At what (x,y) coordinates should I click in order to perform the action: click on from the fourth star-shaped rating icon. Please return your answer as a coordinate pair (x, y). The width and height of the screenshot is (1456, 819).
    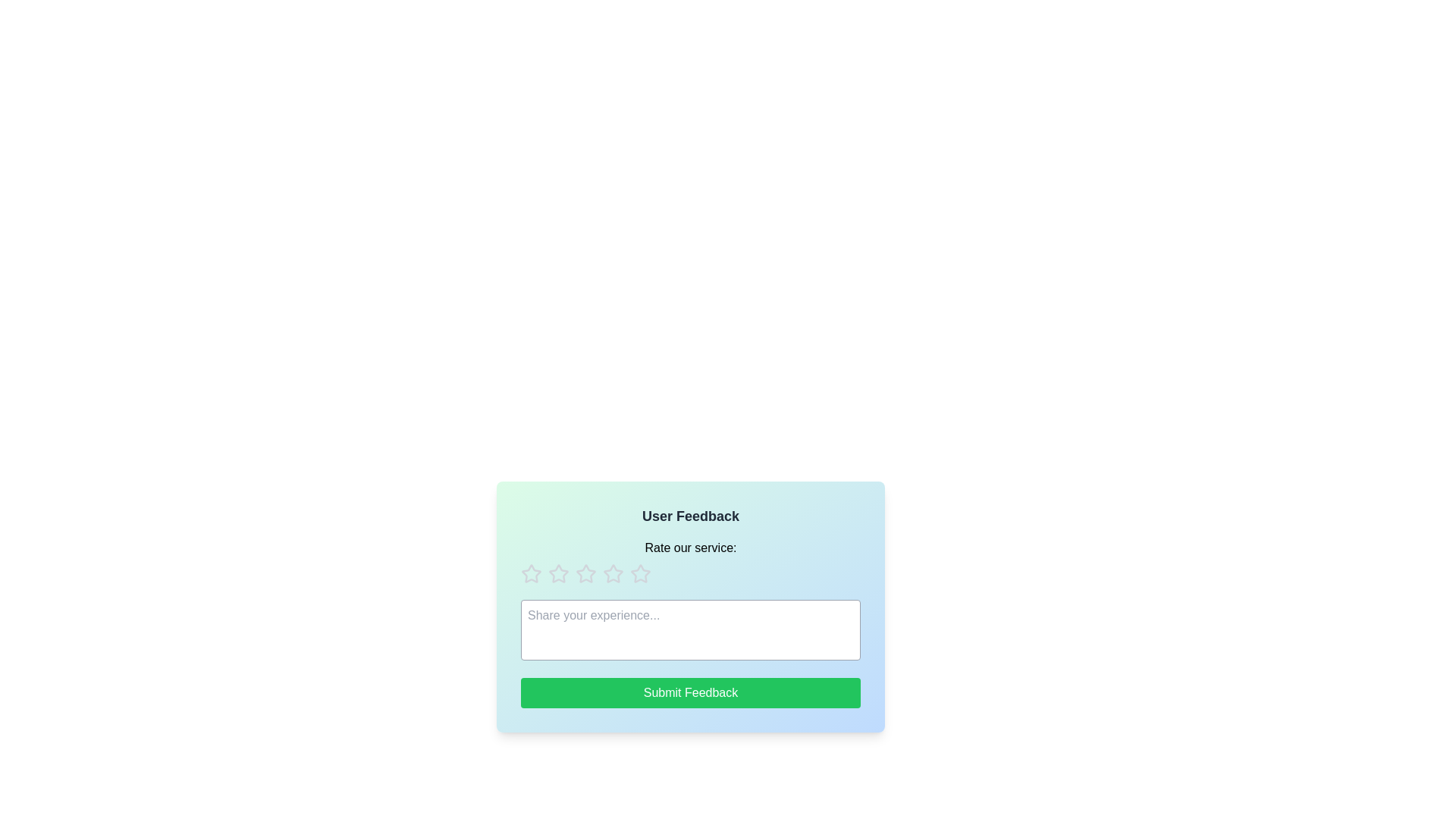
    Looking at the image, I should click on (640, 573).